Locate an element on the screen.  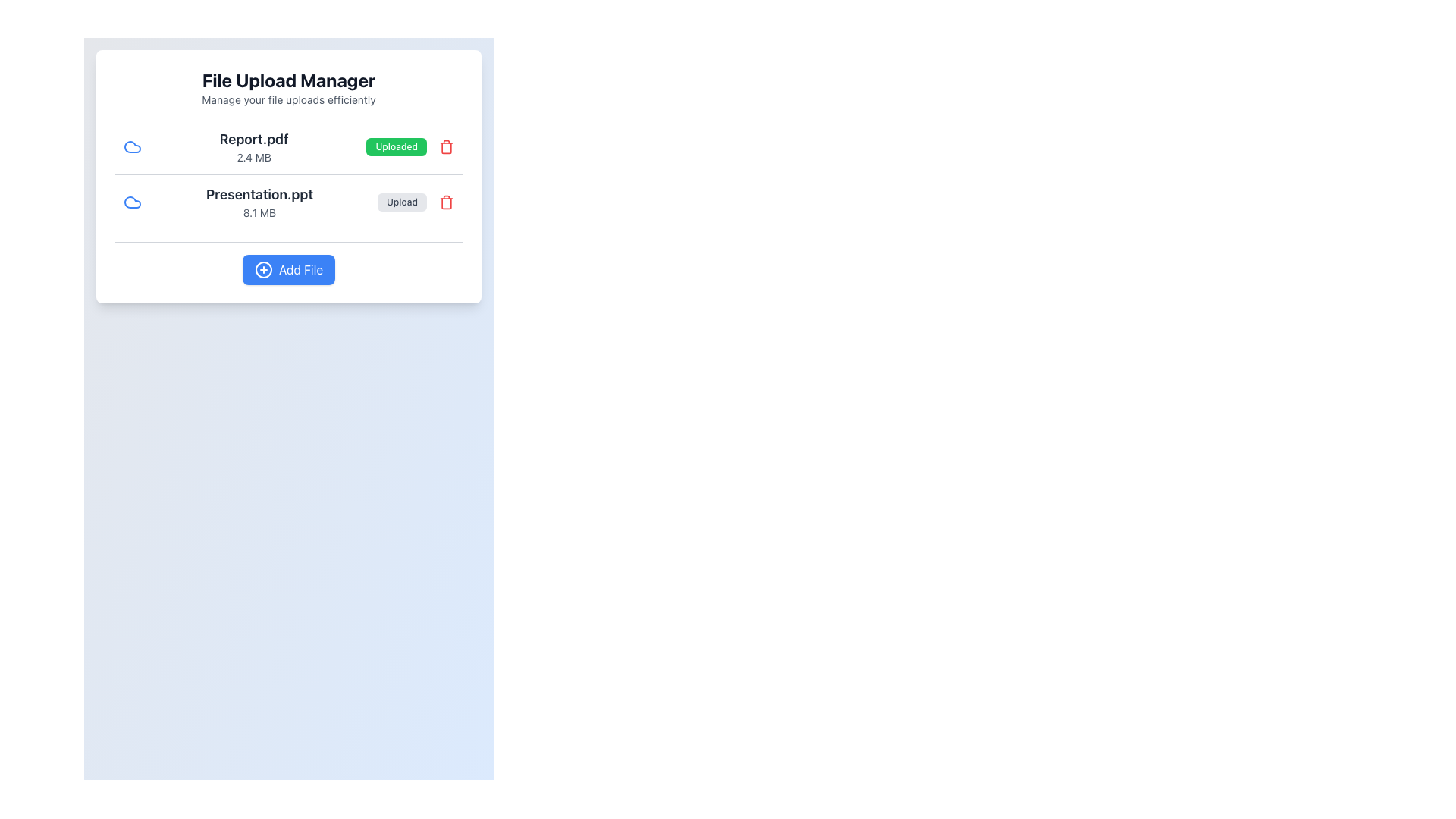
the blue rectangular 'Add File' button with a white plus icon located at the bottom of the 'File Upload Manager' interface is located at coordinates (288, 268).